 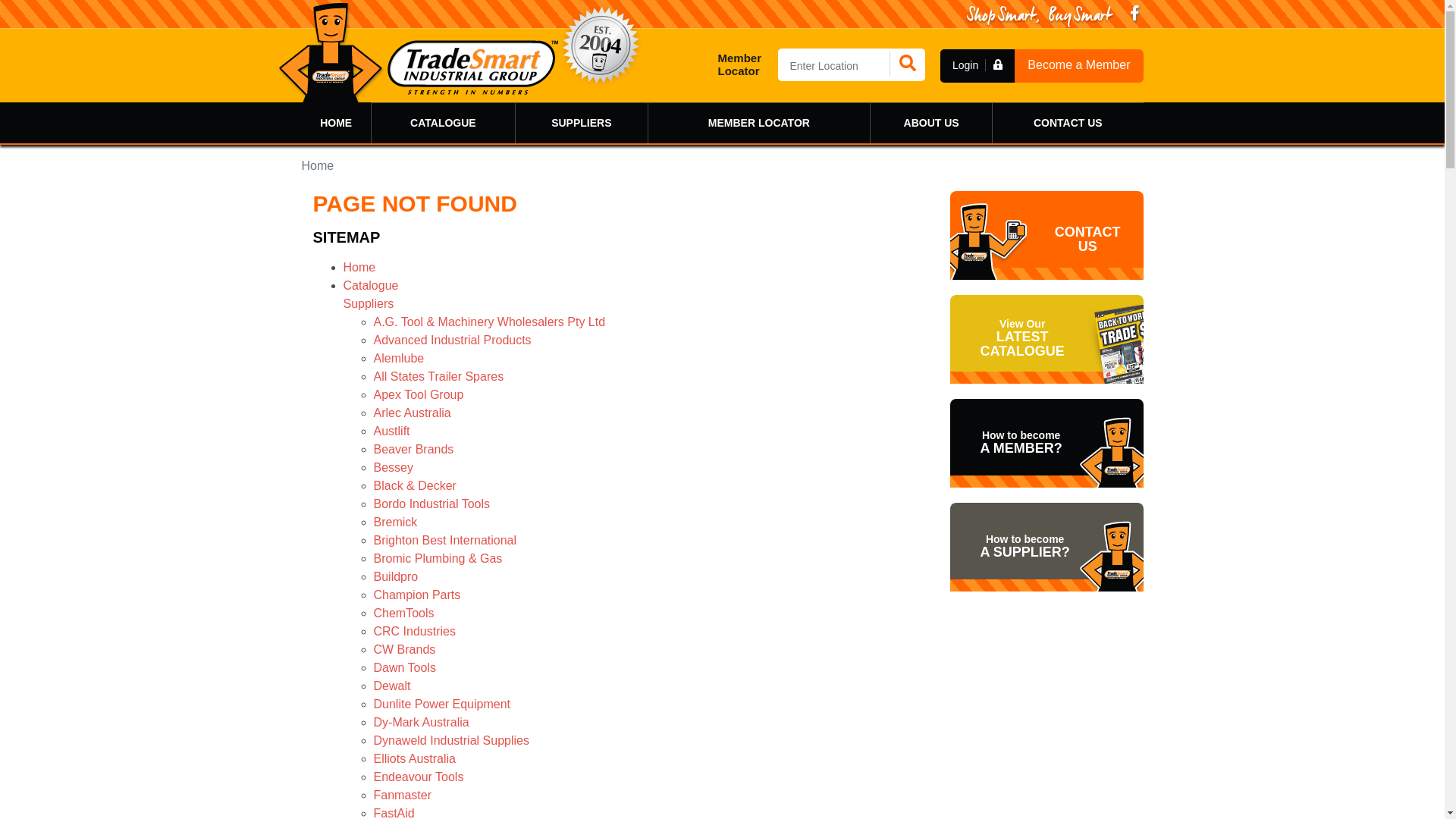 What do you see at coordinates (372, 431) in the screenshot?
I see `'Austlift'` at bounding box center [372, 431].